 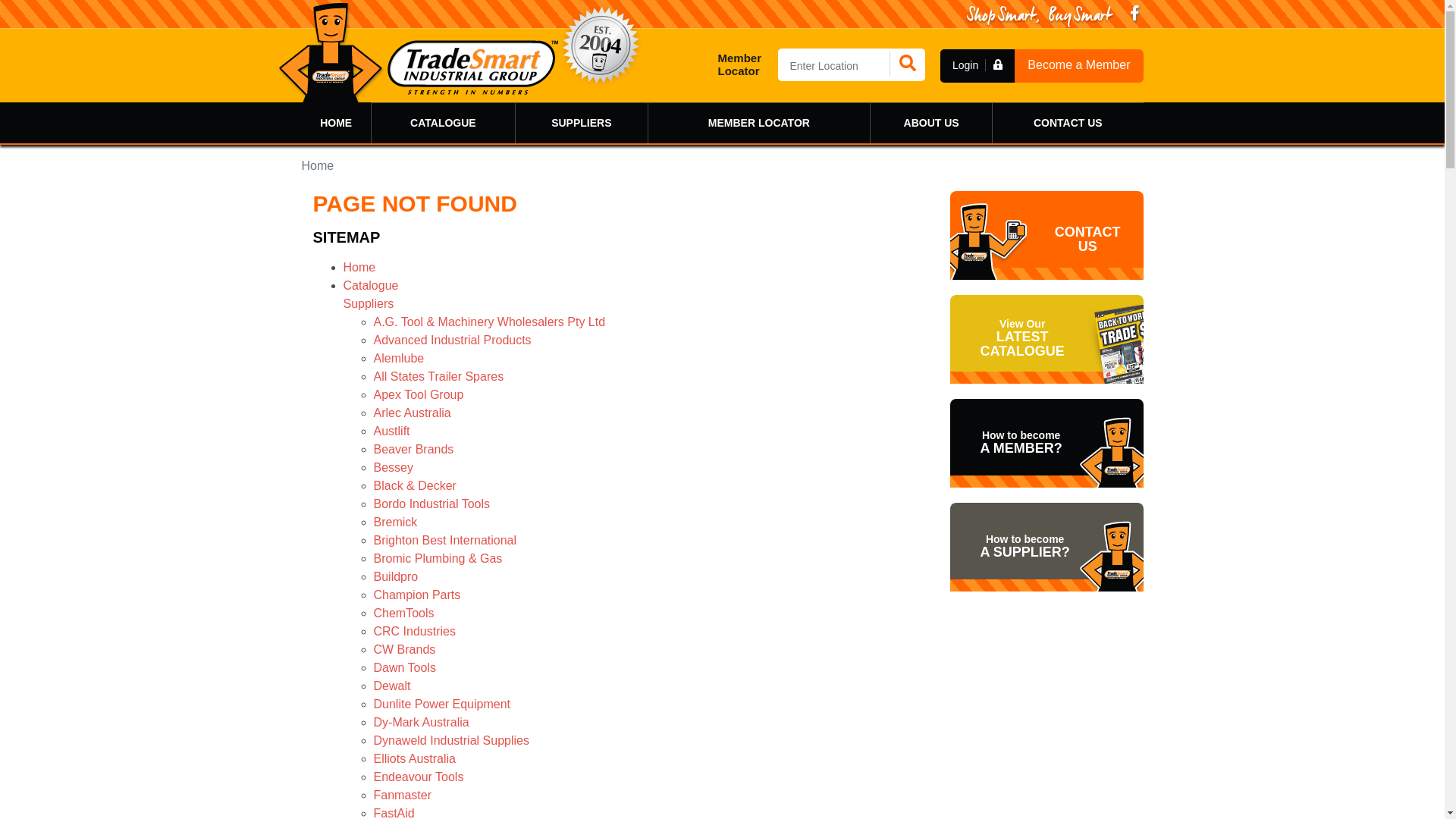 What do you see at coordinates (372, 431) in the screenshot?
I see `'Austlift'` at bounding box center [372, 431].